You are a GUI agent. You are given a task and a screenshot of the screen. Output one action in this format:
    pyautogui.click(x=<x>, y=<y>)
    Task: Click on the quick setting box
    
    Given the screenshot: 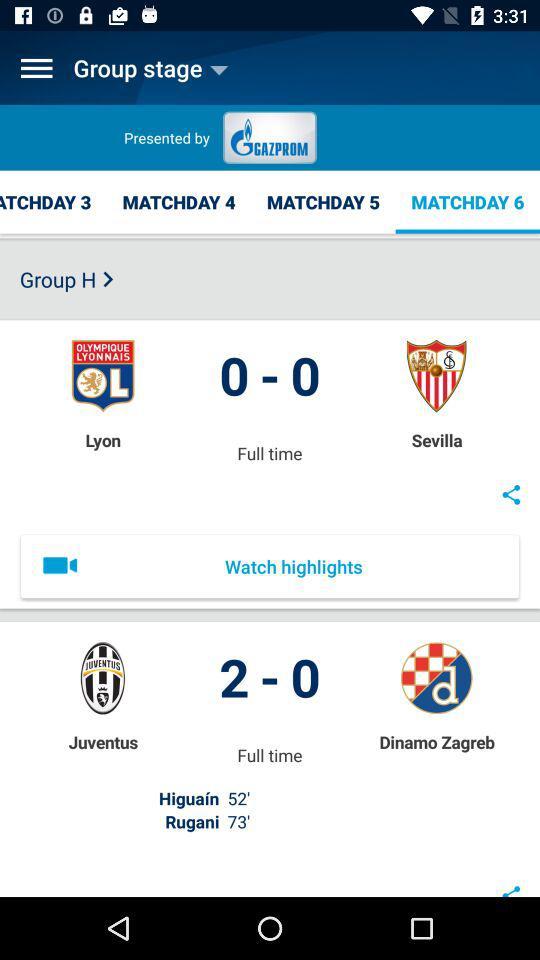 What is the action you would take?
    pyautogui.click(x=36, y=68)
    